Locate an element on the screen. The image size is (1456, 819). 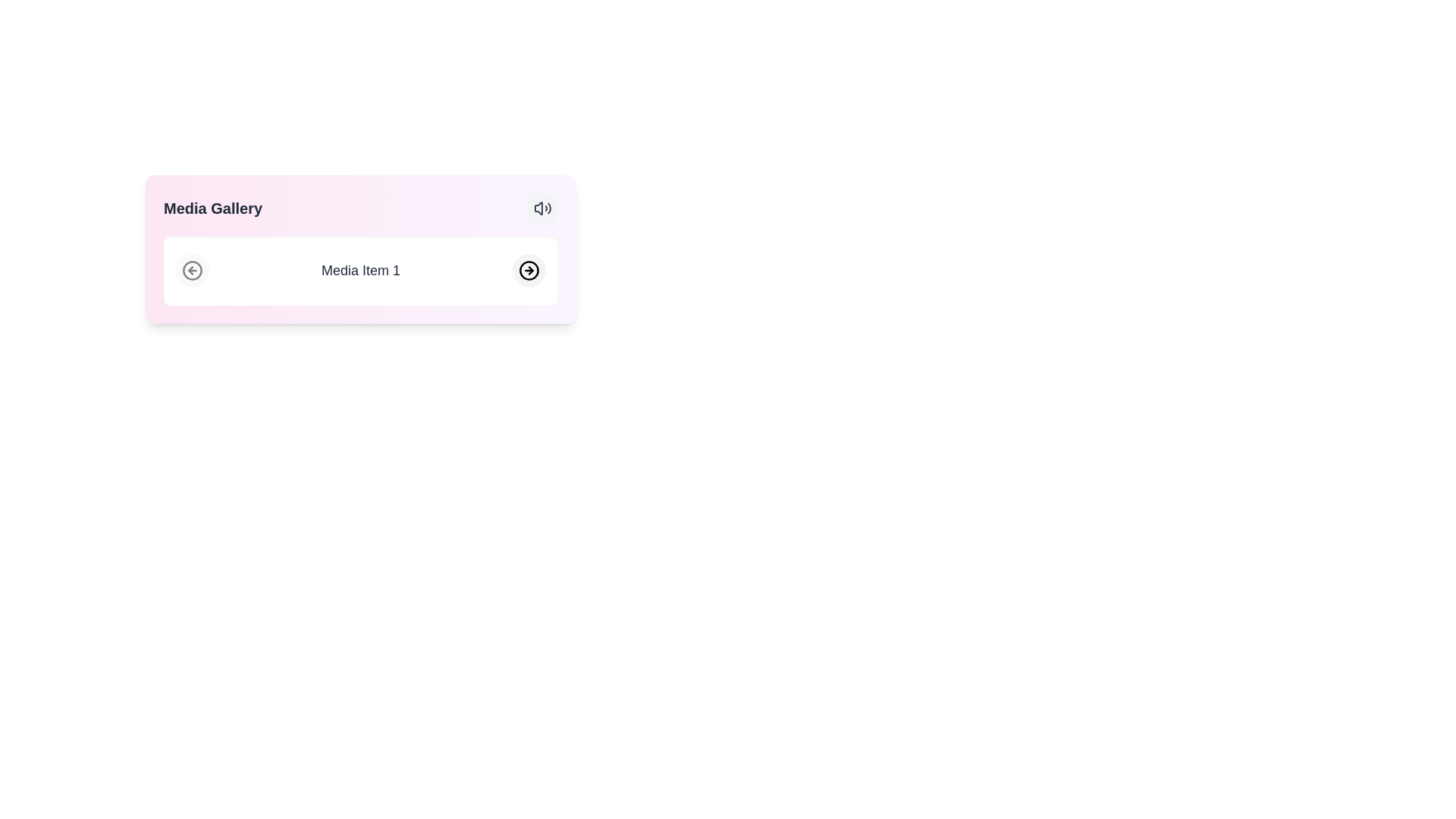
the speaker icon located in the top-right corner of the 'Media Gallery' panel is located at coordinates (542, 208).